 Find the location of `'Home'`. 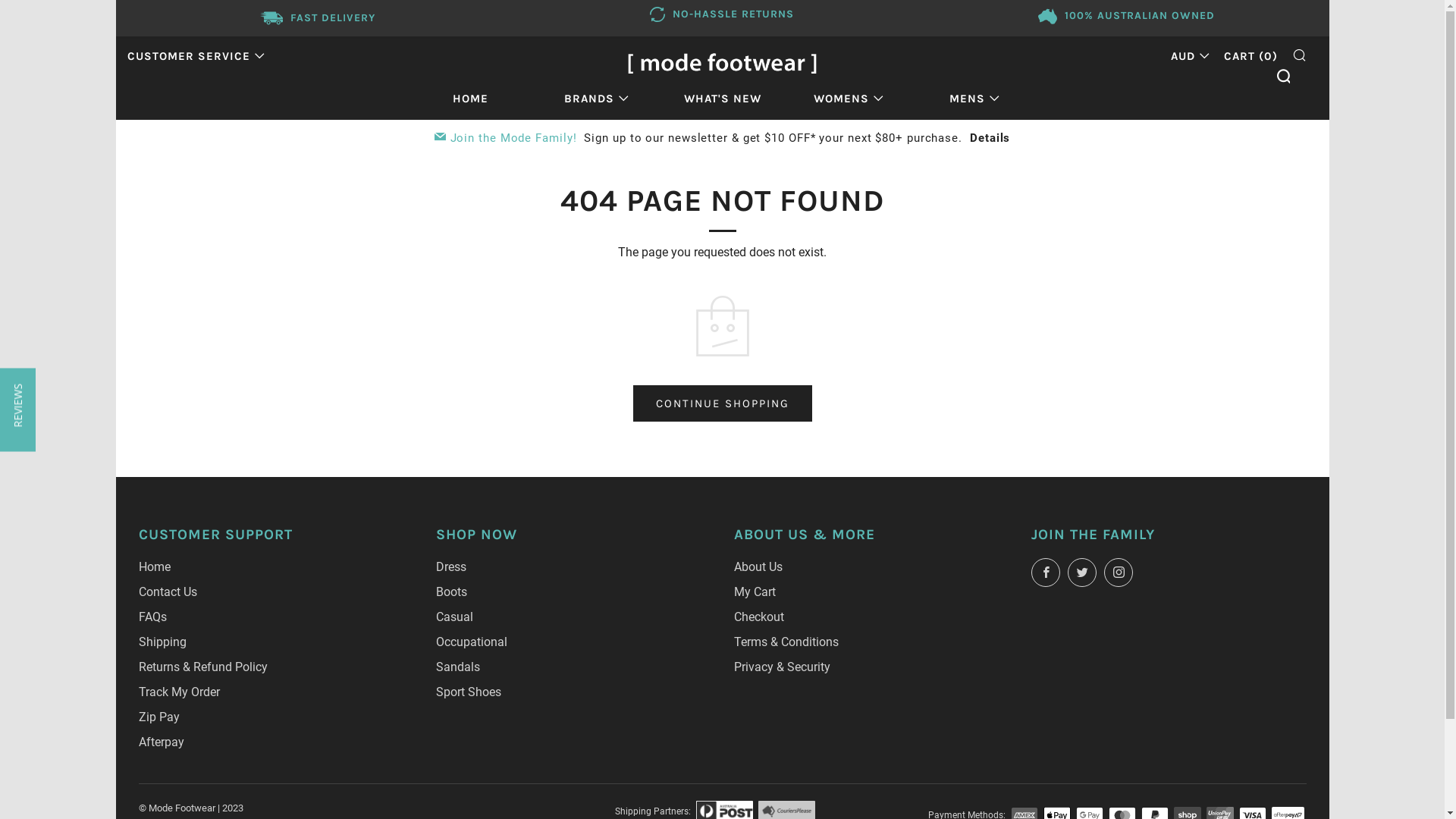

'Home' is located at coordinates (153, 566).